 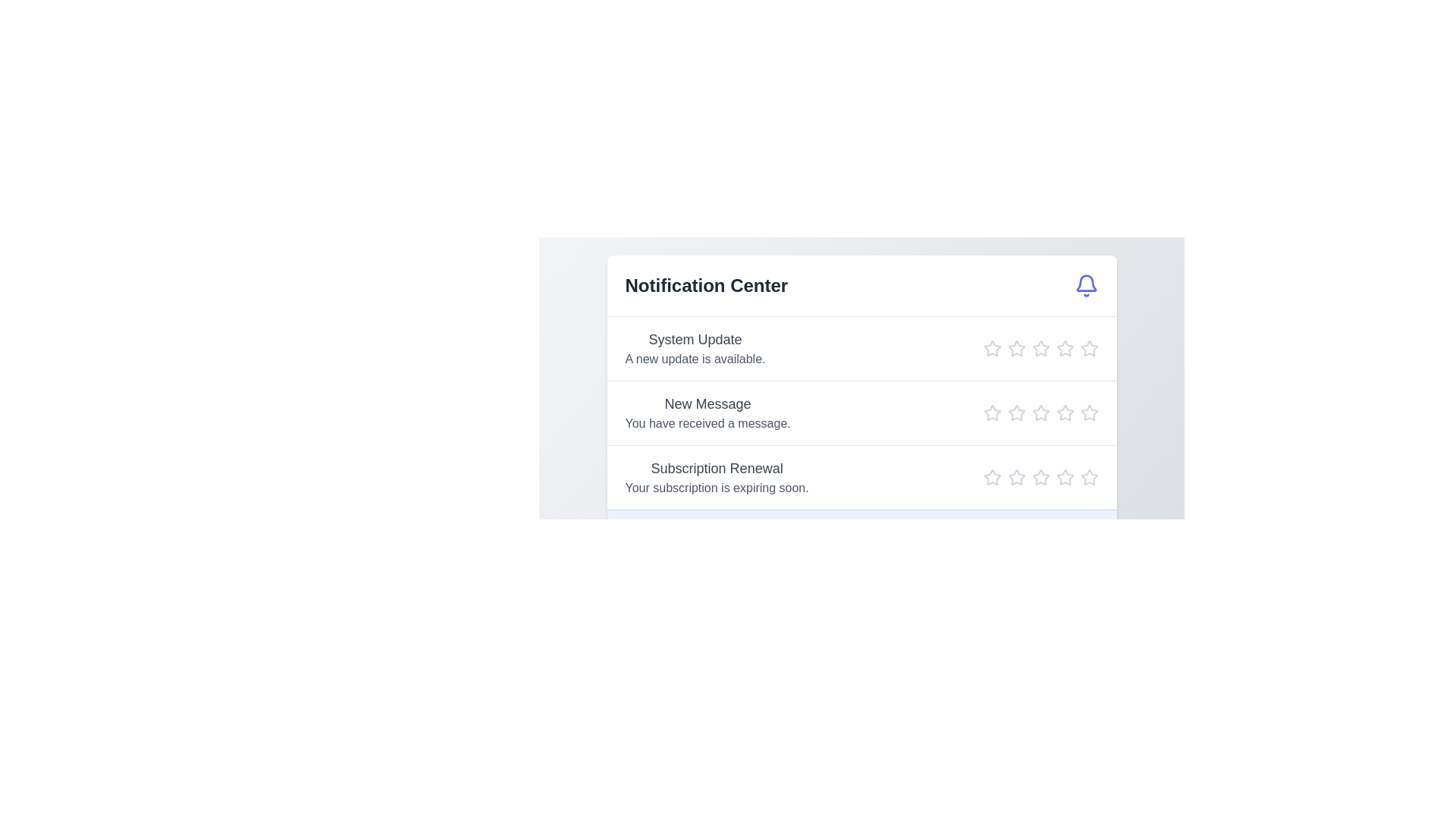 What do you see at coordinates (1040, 348) in the screenshot?
I see `the star icon corresponding to 3 stars in the Notification Center` at bounding box center [1040, 348].